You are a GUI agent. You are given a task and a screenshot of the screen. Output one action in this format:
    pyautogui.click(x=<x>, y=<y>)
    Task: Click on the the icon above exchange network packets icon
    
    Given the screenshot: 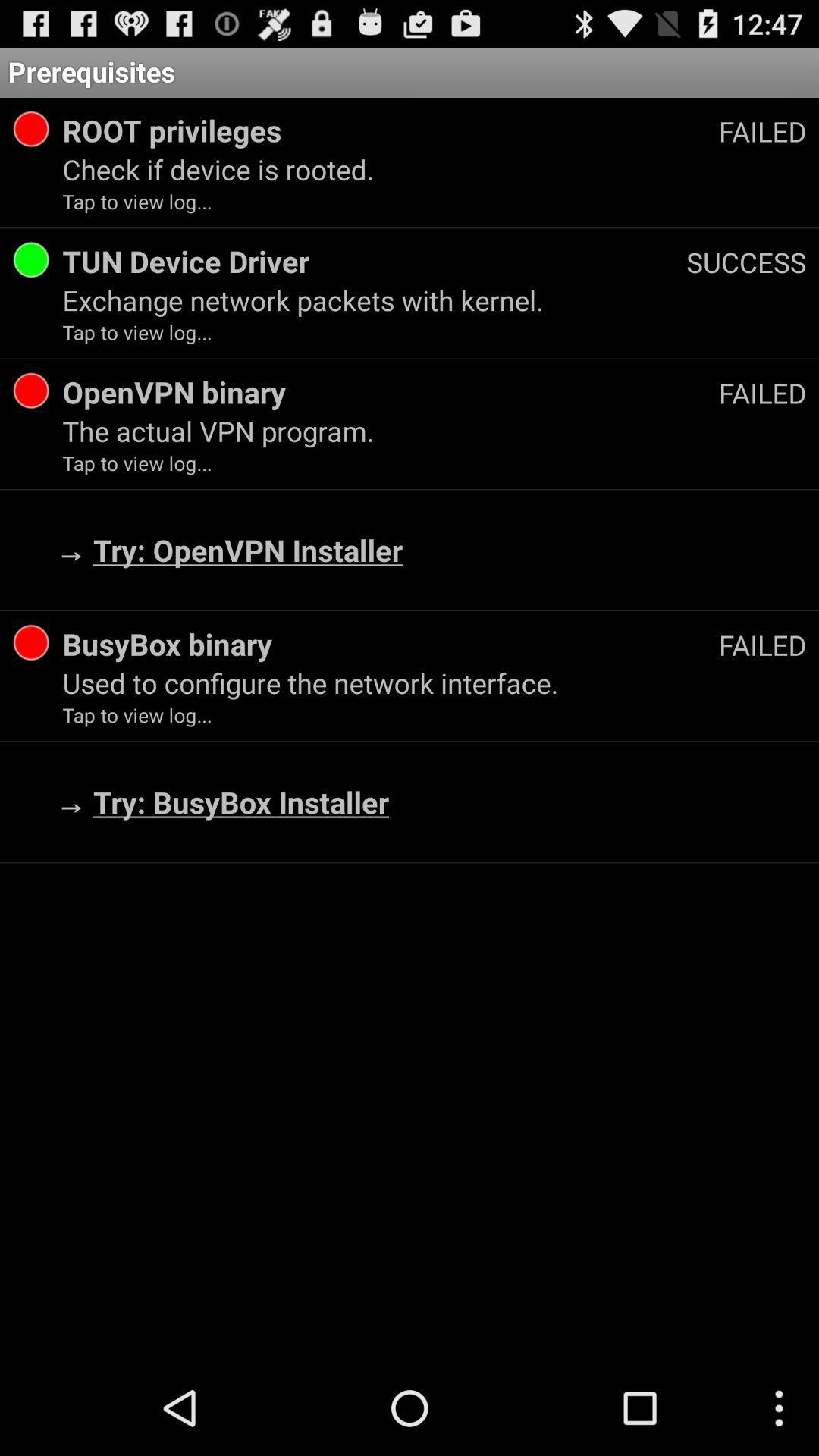 What is the action you would take?
    pyautogui.click(x=745, y=262)
    